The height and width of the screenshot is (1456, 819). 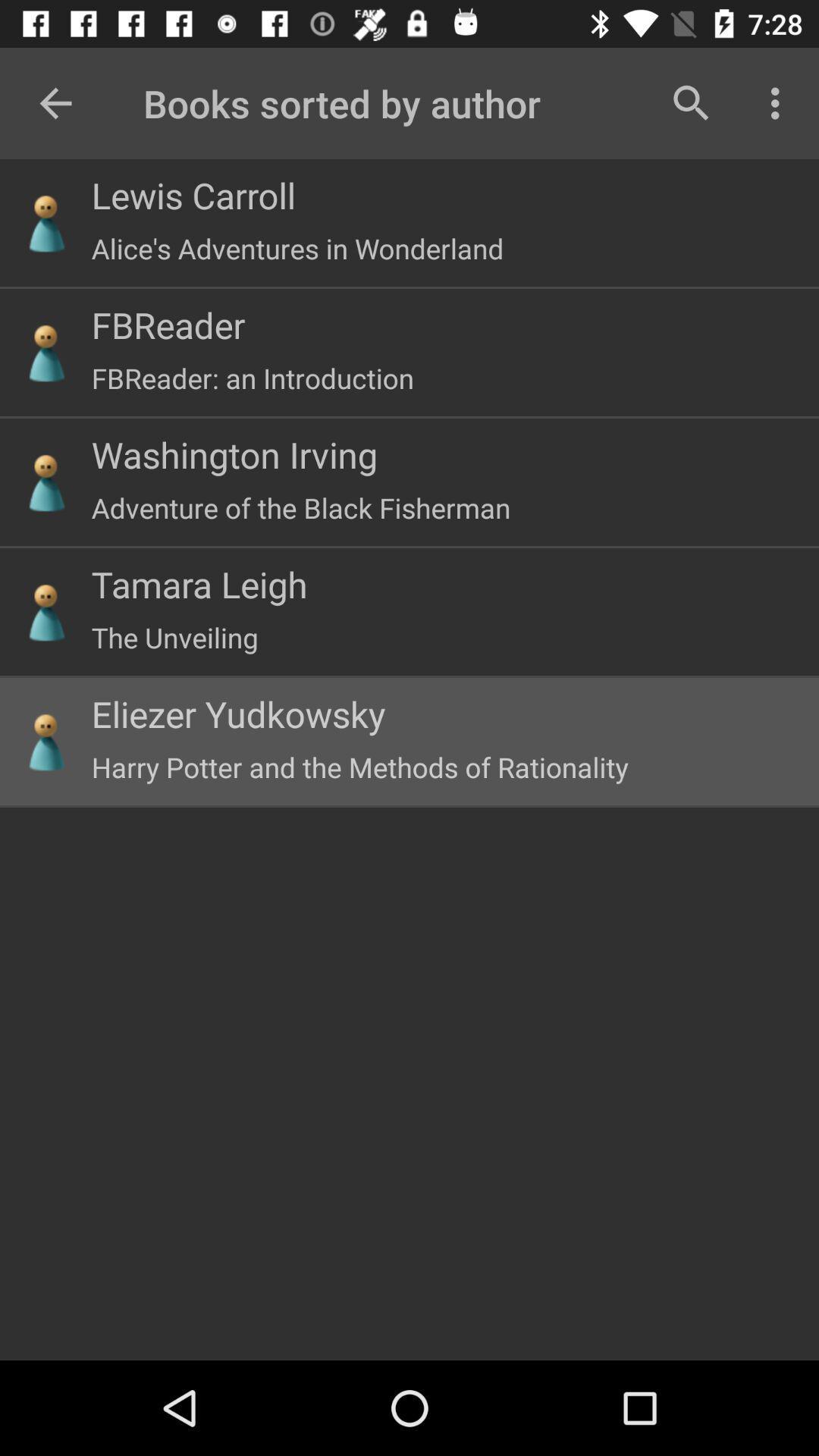 What do you see at coordinates (238, 713) in the screenshot?
I see `icon above the harry potter and icon` at bounding box center [238, 713].